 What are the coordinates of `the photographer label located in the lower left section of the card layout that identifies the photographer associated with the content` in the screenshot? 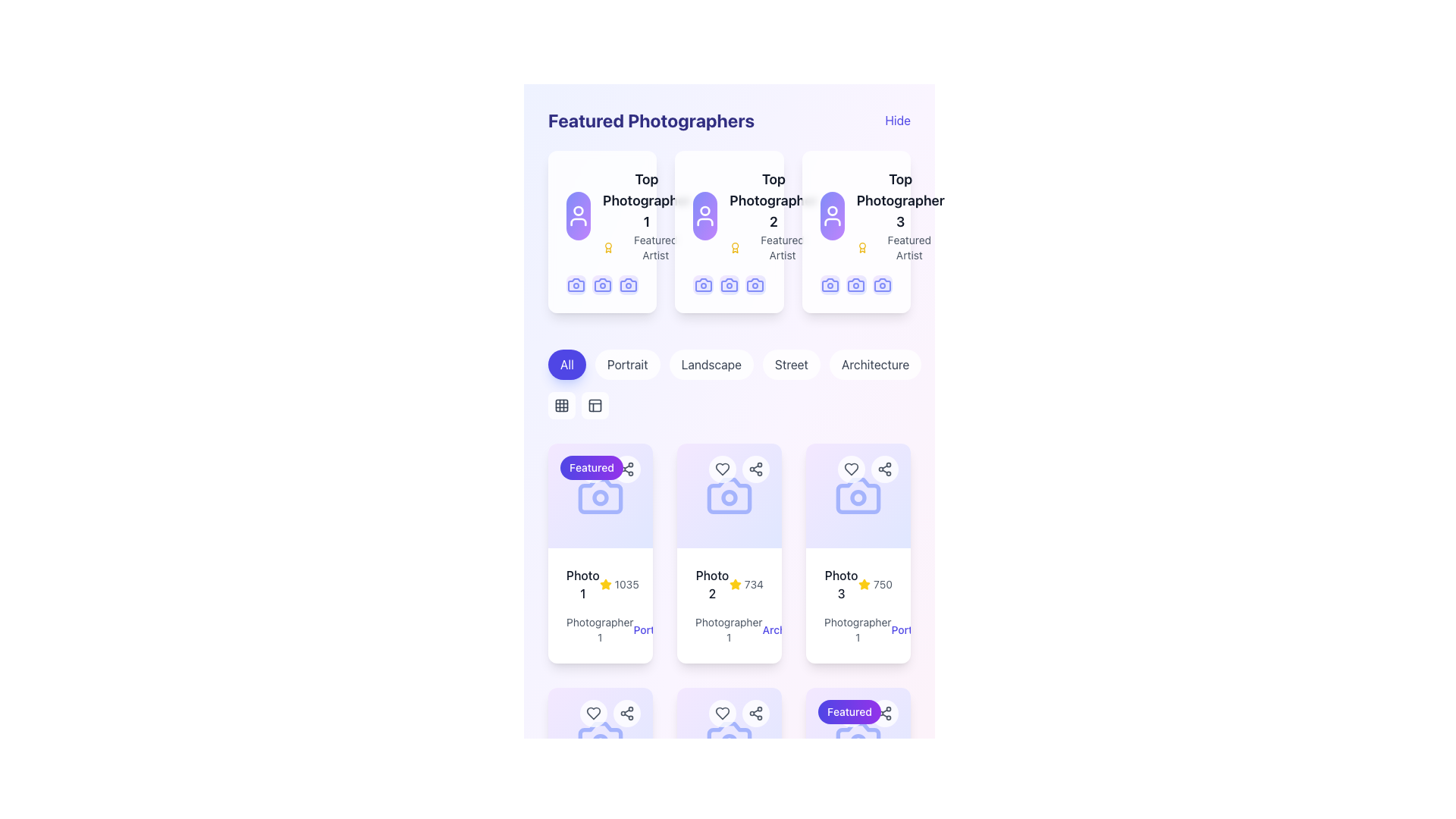 It's located at (600, 629).